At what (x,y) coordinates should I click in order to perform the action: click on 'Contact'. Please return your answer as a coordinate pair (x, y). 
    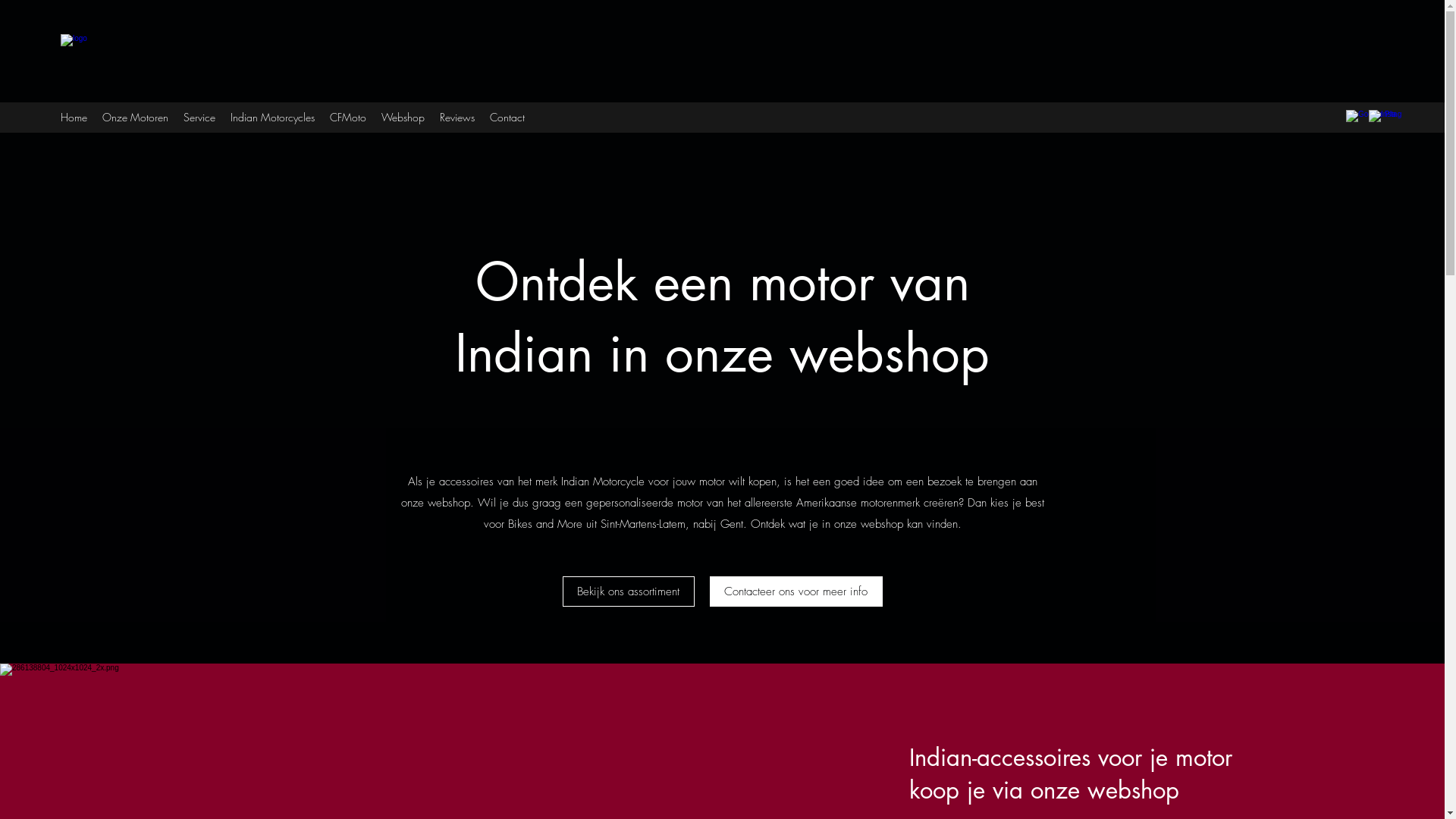
    Looking at the image, I should click on (507, 116).